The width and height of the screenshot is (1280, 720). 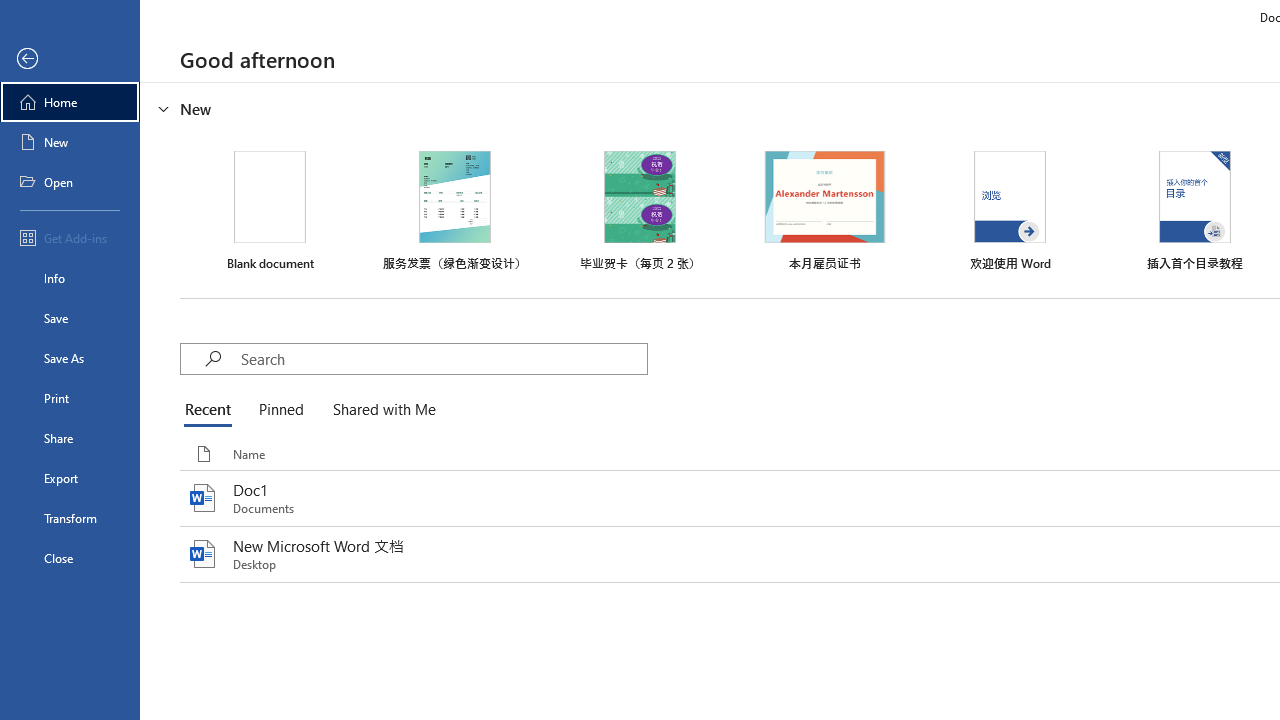 What do you see at coordinates (269, 211) in the screenshot?
I see `'Blank document'` at bounding box center [269, 211].